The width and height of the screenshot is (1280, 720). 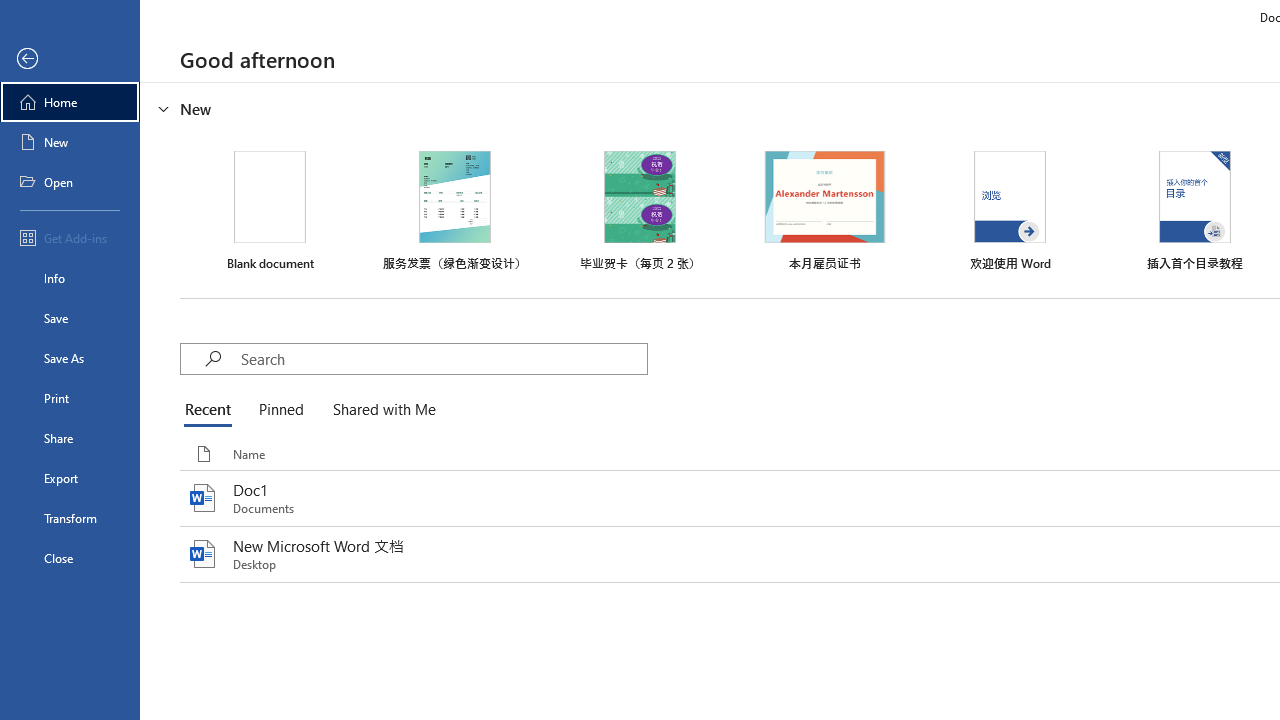 What do you see at coordinates (269, 211) in the screenshot?
I see `'Blank document'` at bounding box center [269, 211].